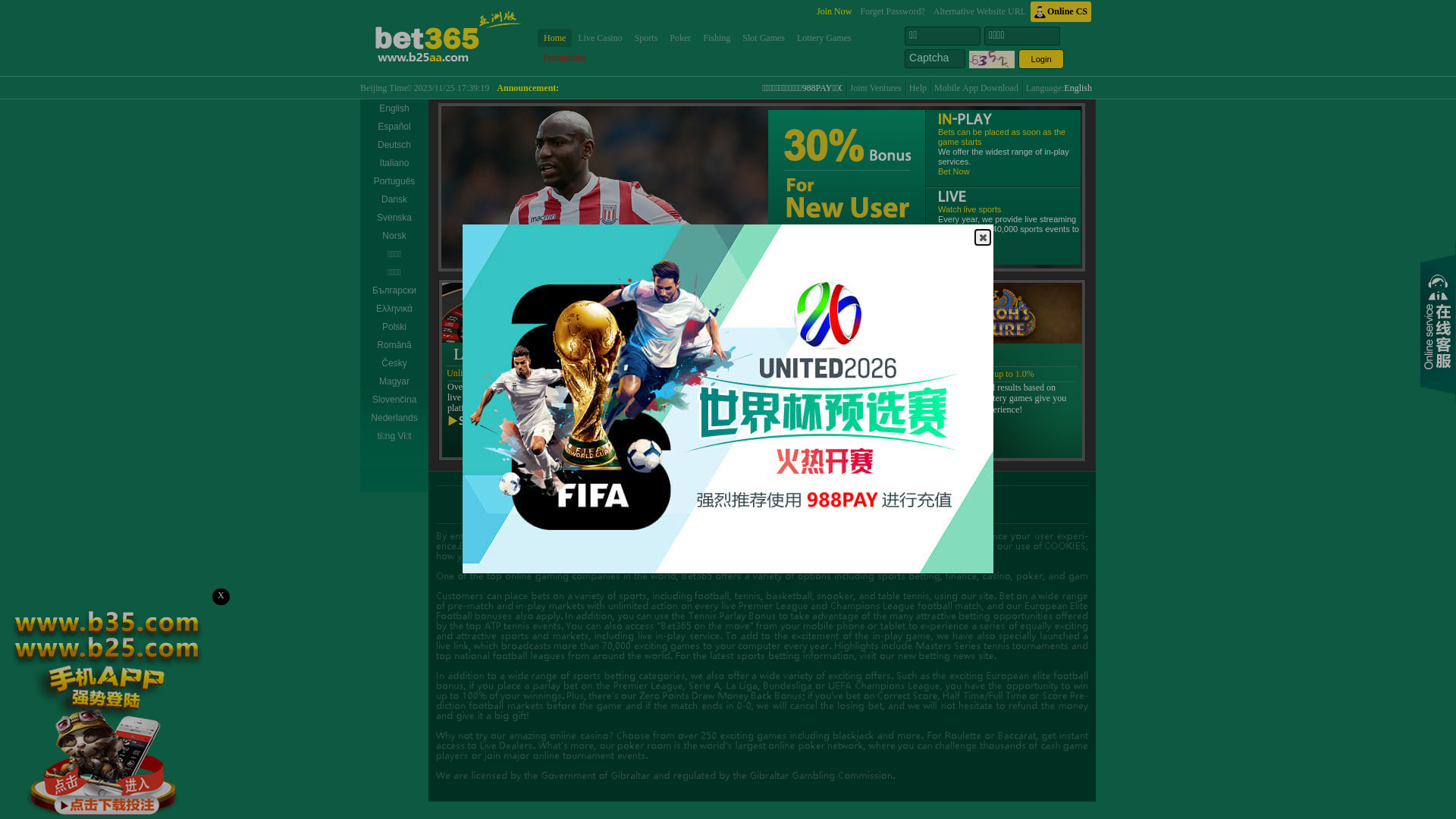 This screenshot has width=1456, height=819. What do you see at coordinates (736, 37) in the screenshot?
I see `'Slot Games'` at bounding box center [736, 37].